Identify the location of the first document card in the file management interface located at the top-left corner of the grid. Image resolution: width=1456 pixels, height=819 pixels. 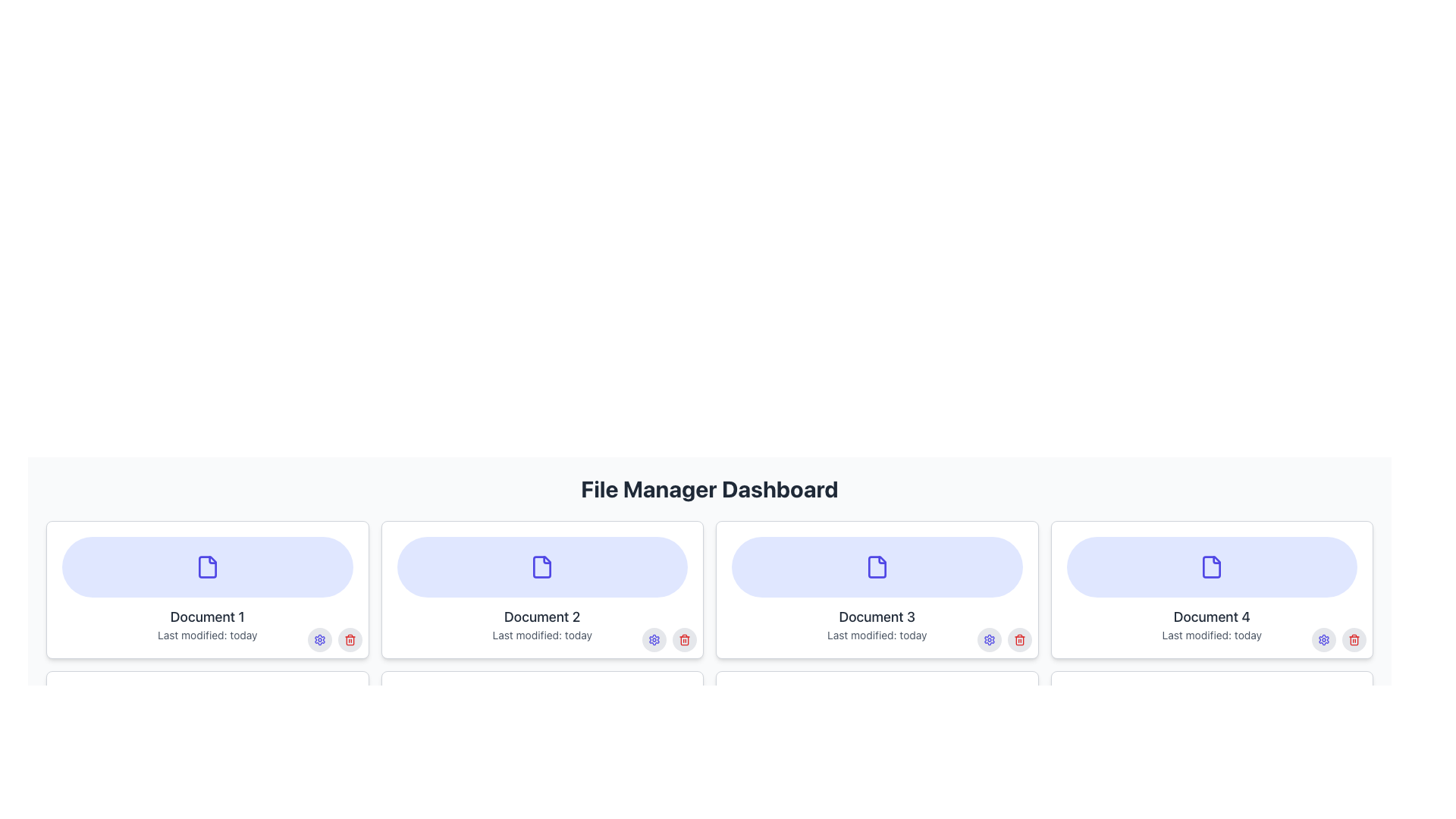
(206, 589).